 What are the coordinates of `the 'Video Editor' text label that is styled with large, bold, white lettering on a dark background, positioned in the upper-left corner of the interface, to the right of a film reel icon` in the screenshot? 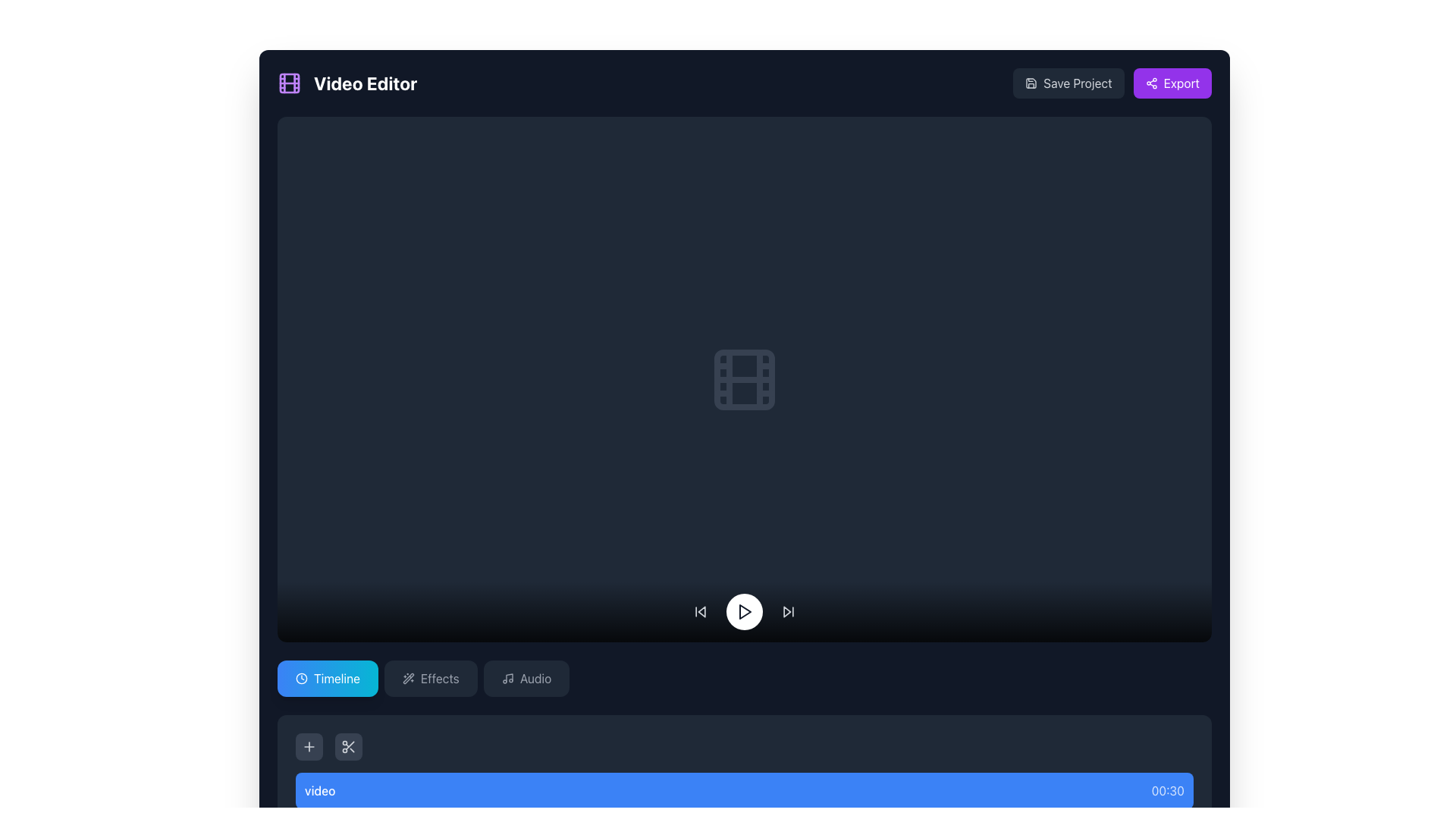 It's located at (366, 83).